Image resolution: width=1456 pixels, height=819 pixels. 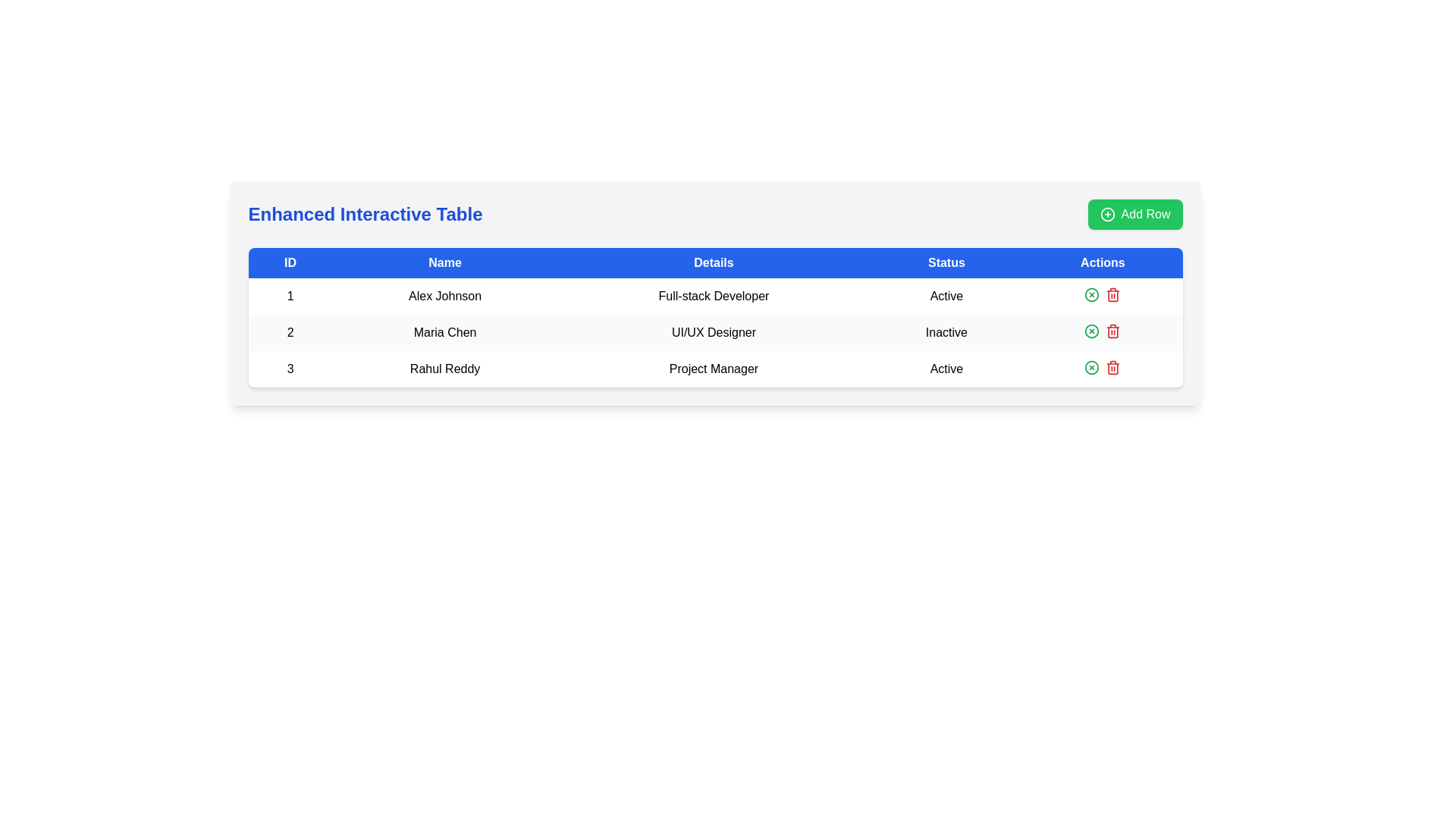 What do you see at coordinates (444, 296) in the screenshot?
I see `the text label displaying 'Alex Johnson' in the 'Name' column of the first row of the interactive table` at bounding box center [444, 296].